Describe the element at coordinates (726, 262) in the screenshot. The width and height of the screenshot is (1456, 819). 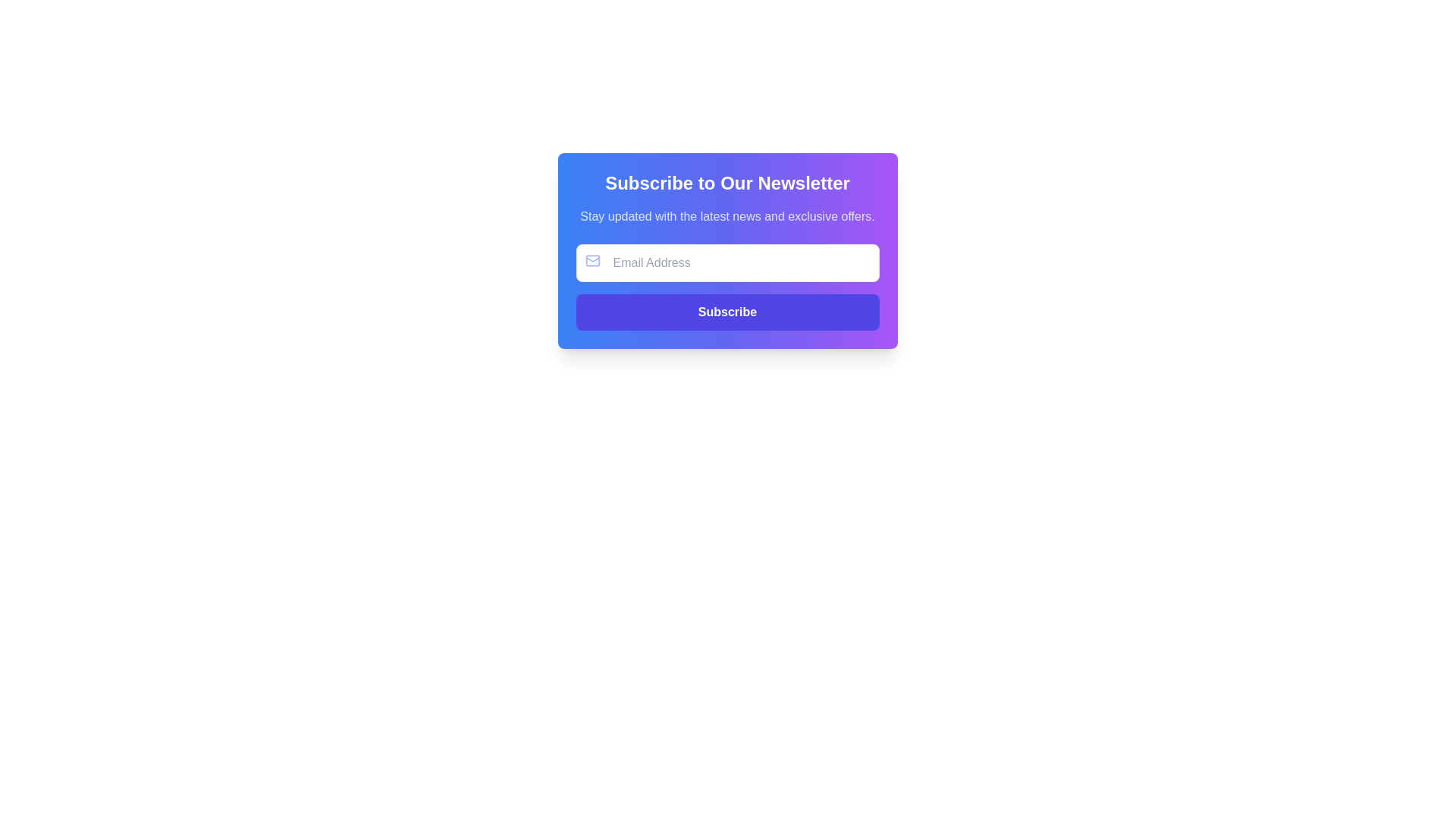
I see `the Email input field to focus on it, which is located below the 'Subscribe to Our Newsletter' title and above the 'Subscribe' button` at that location.